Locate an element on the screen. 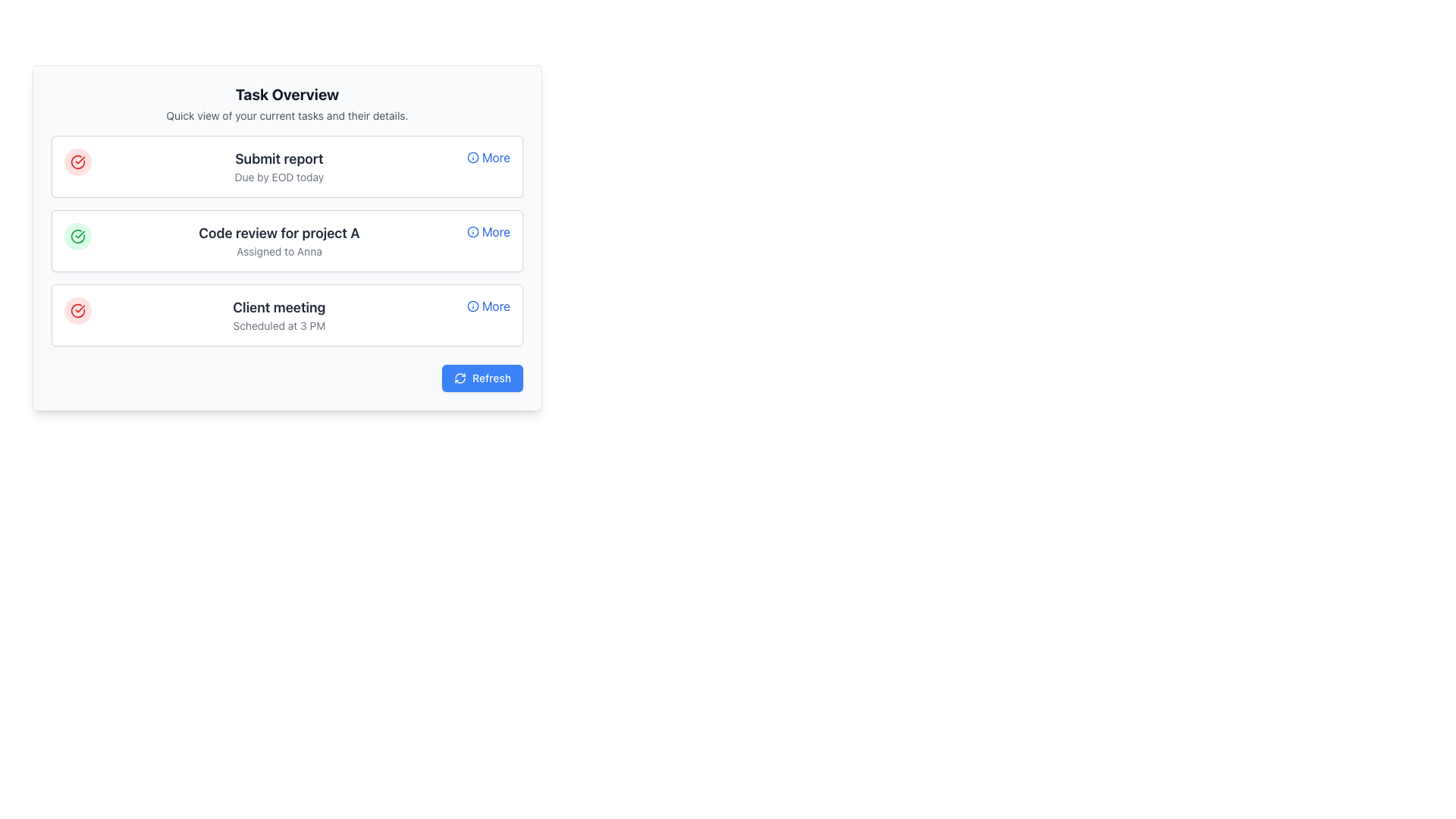 The width and height of the screenshot is (1456, 819). the circular button with a light red background and a red checkmark icon, which is positioned to the left of the 'Client meeting' text is located at coordinates (77, 309).